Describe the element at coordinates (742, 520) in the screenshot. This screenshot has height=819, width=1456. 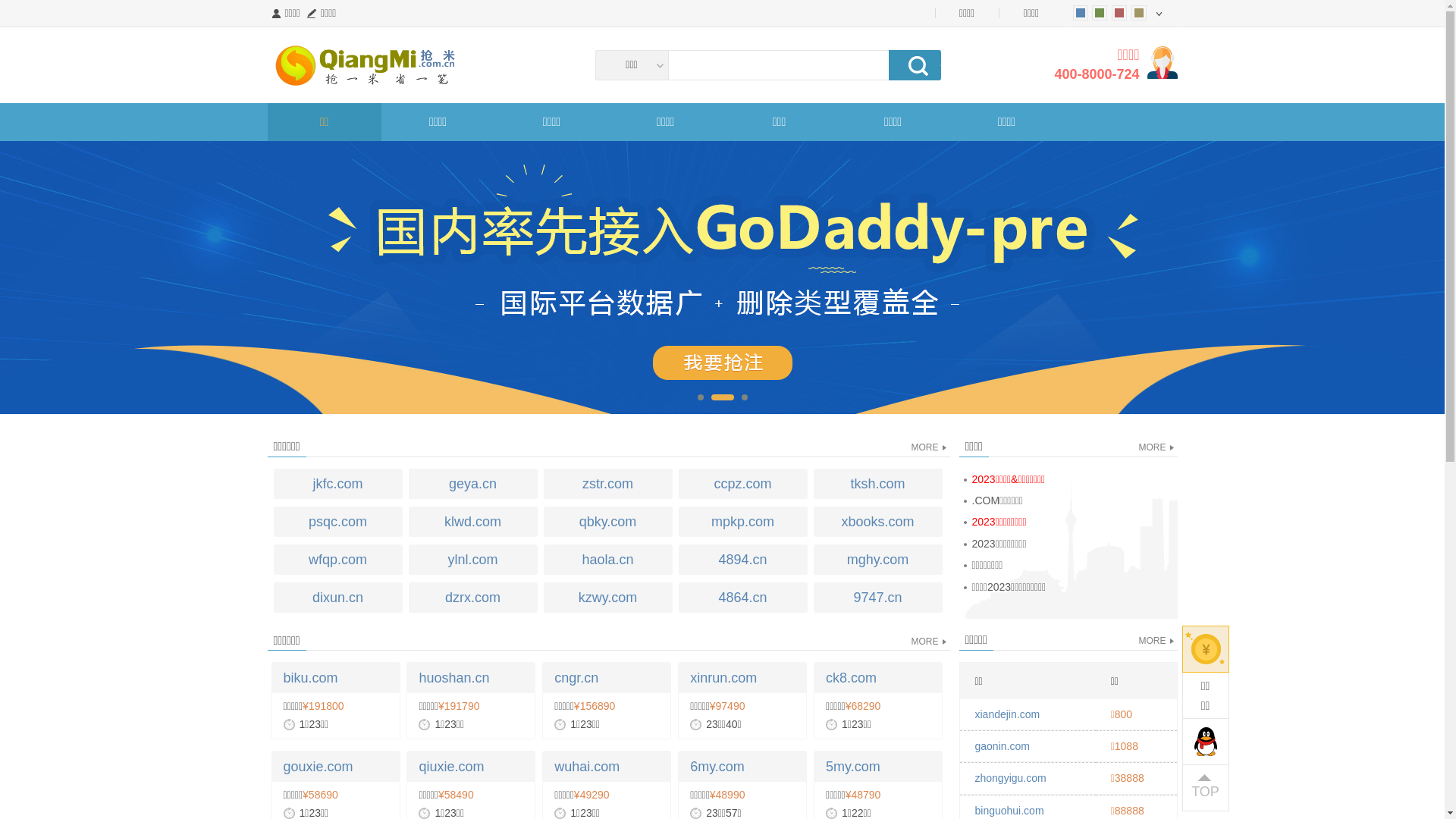
I see `'mpkp.com'` at that location.